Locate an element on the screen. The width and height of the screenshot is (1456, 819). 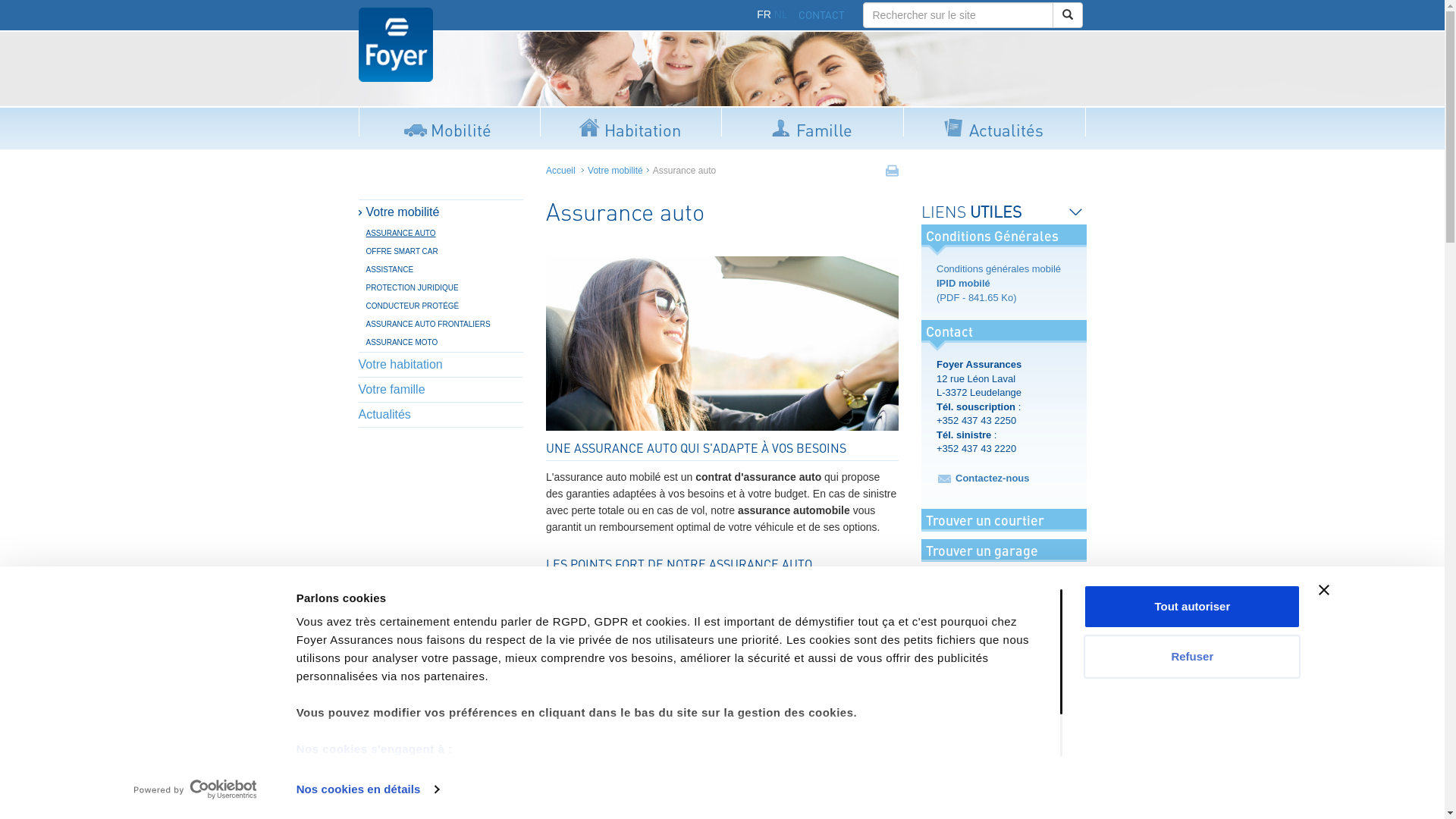
'Famille' is located at coordinates (811, 127).